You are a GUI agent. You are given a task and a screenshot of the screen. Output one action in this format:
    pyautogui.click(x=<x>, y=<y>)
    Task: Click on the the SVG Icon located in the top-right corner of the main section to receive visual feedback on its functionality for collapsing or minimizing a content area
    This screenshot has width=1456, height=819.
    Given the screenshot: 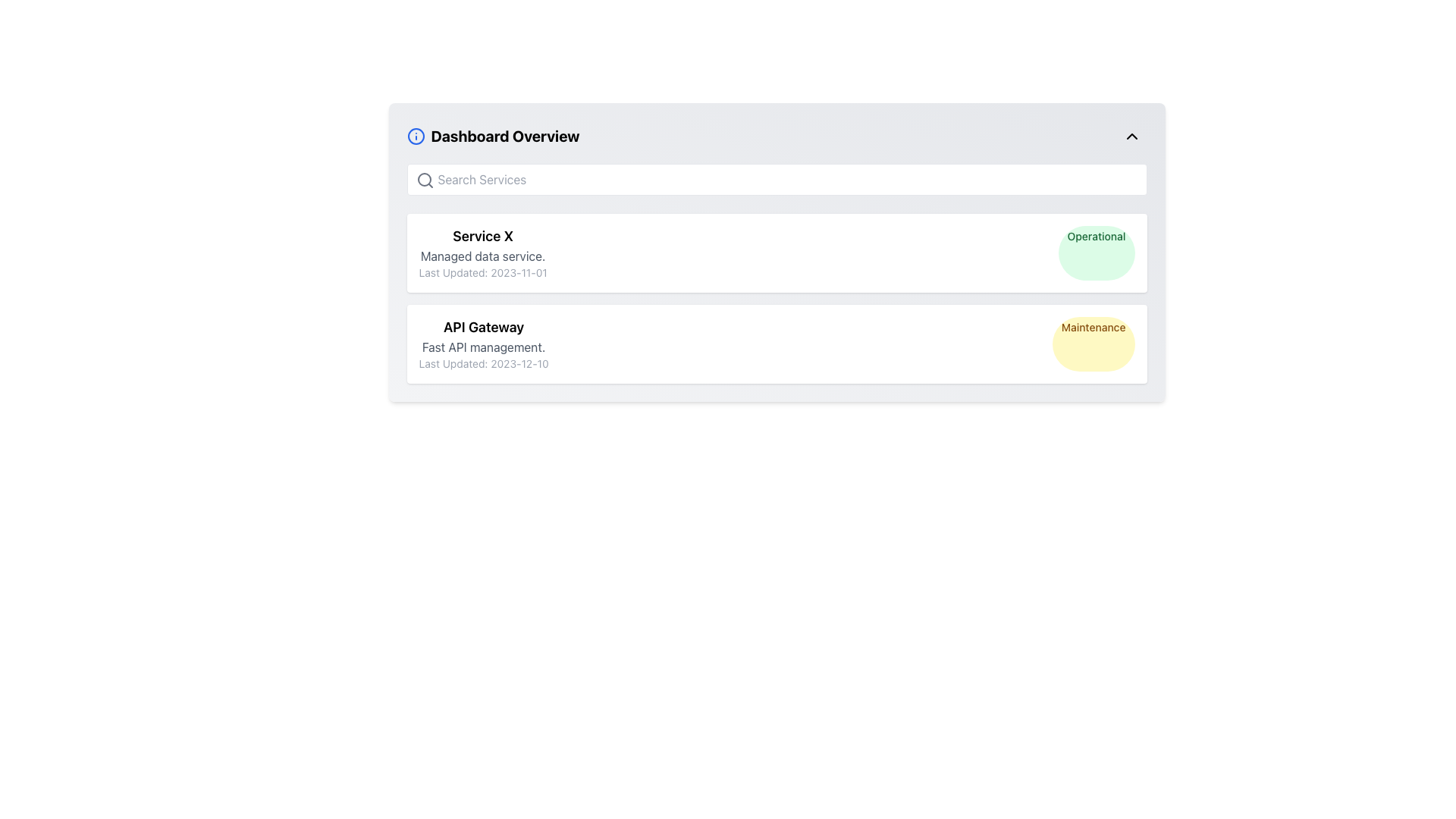 What is the action you would take?
    pyautogui.click(x=1131, y=136)
    